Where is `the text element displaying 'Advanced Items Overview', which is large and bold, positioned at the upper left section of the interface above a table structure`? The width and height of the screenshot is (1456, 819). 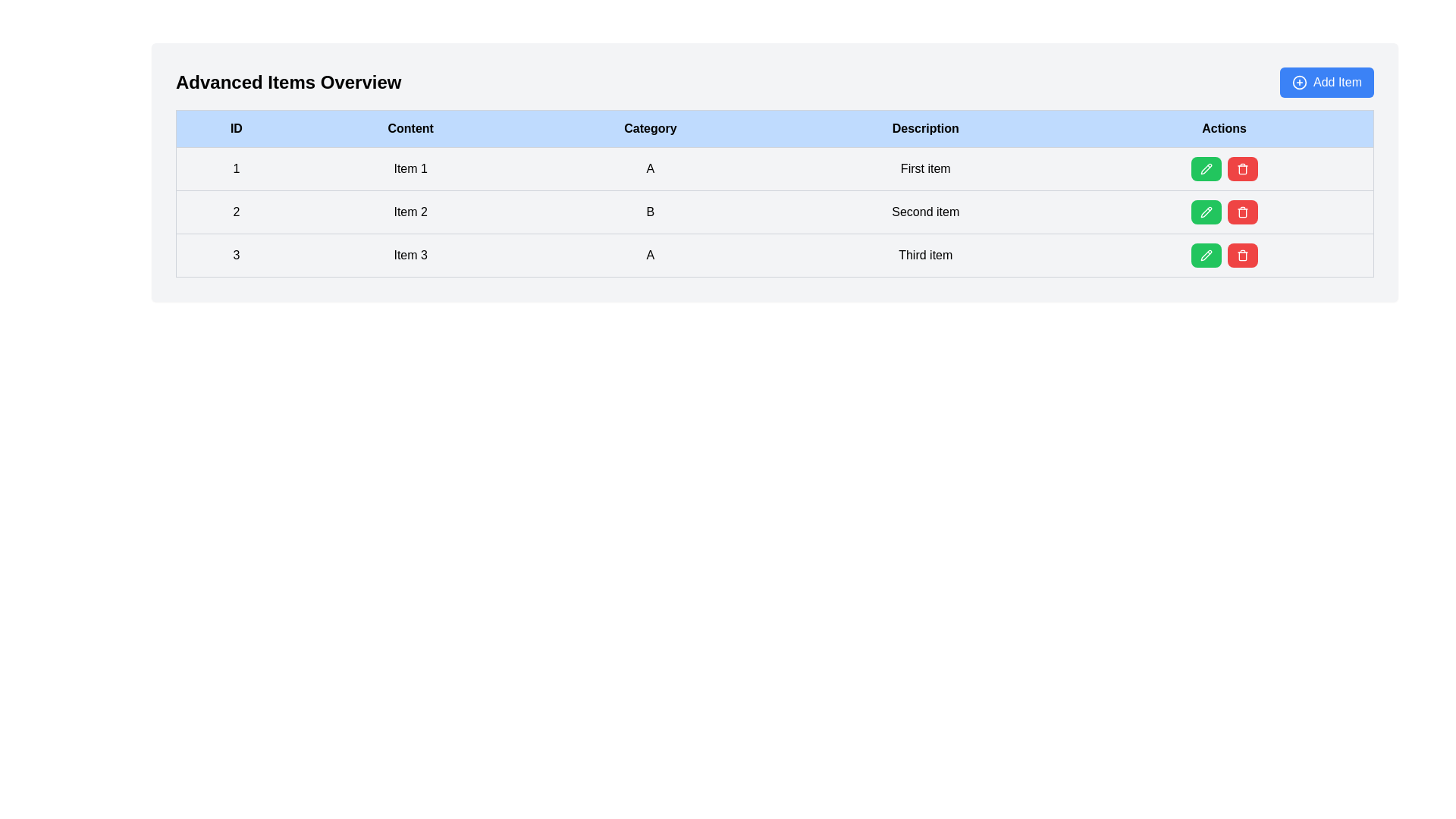
the text element displaying 'Advanced Items Overview', which is large and bold, positioned at the upper left section of the interface above a table structure is located at coordinates (288, 82).